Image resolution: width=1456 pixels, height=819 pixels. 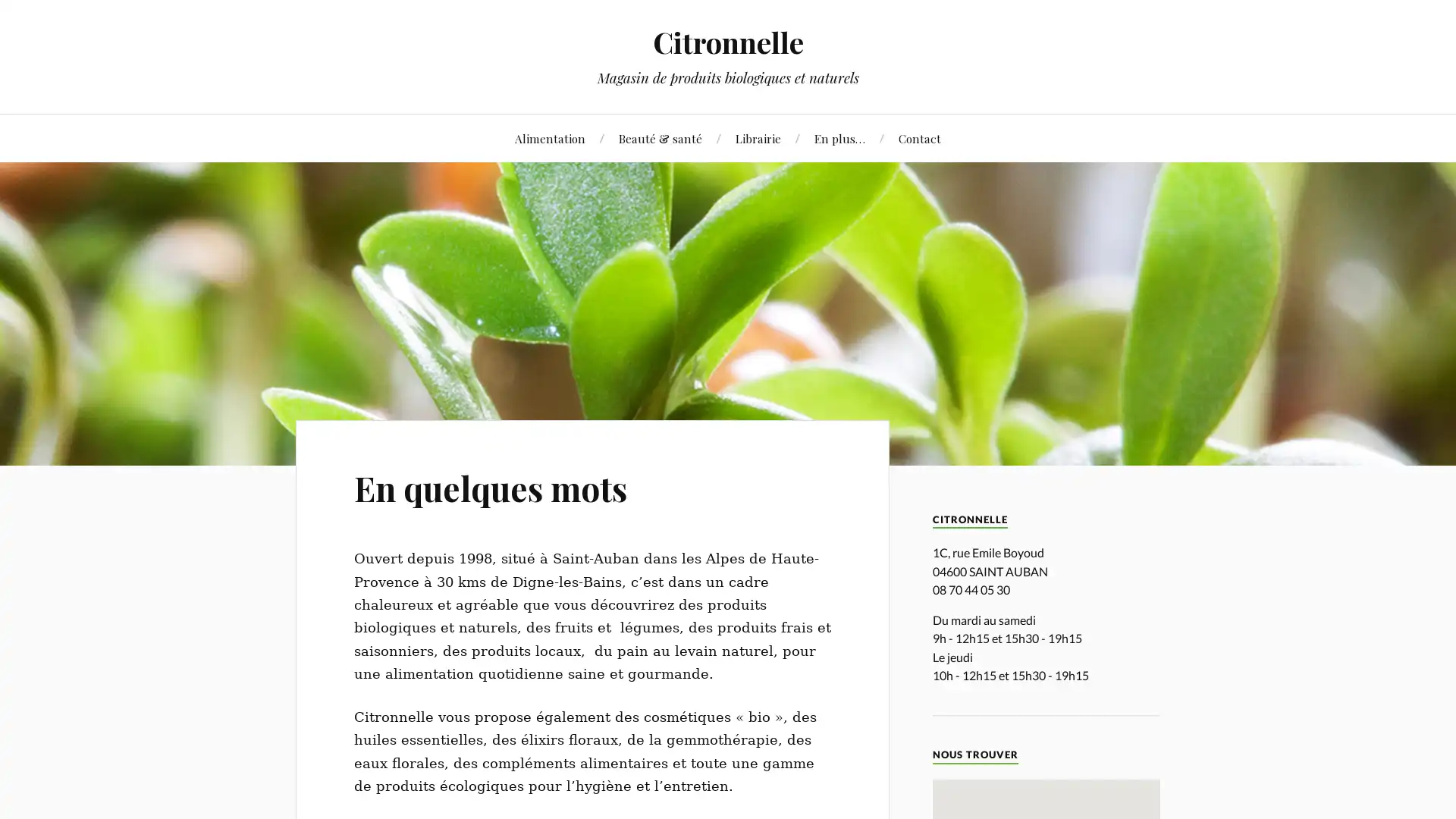 I want to click on Toggle fullscreen view, so click(x=1250, y=800).